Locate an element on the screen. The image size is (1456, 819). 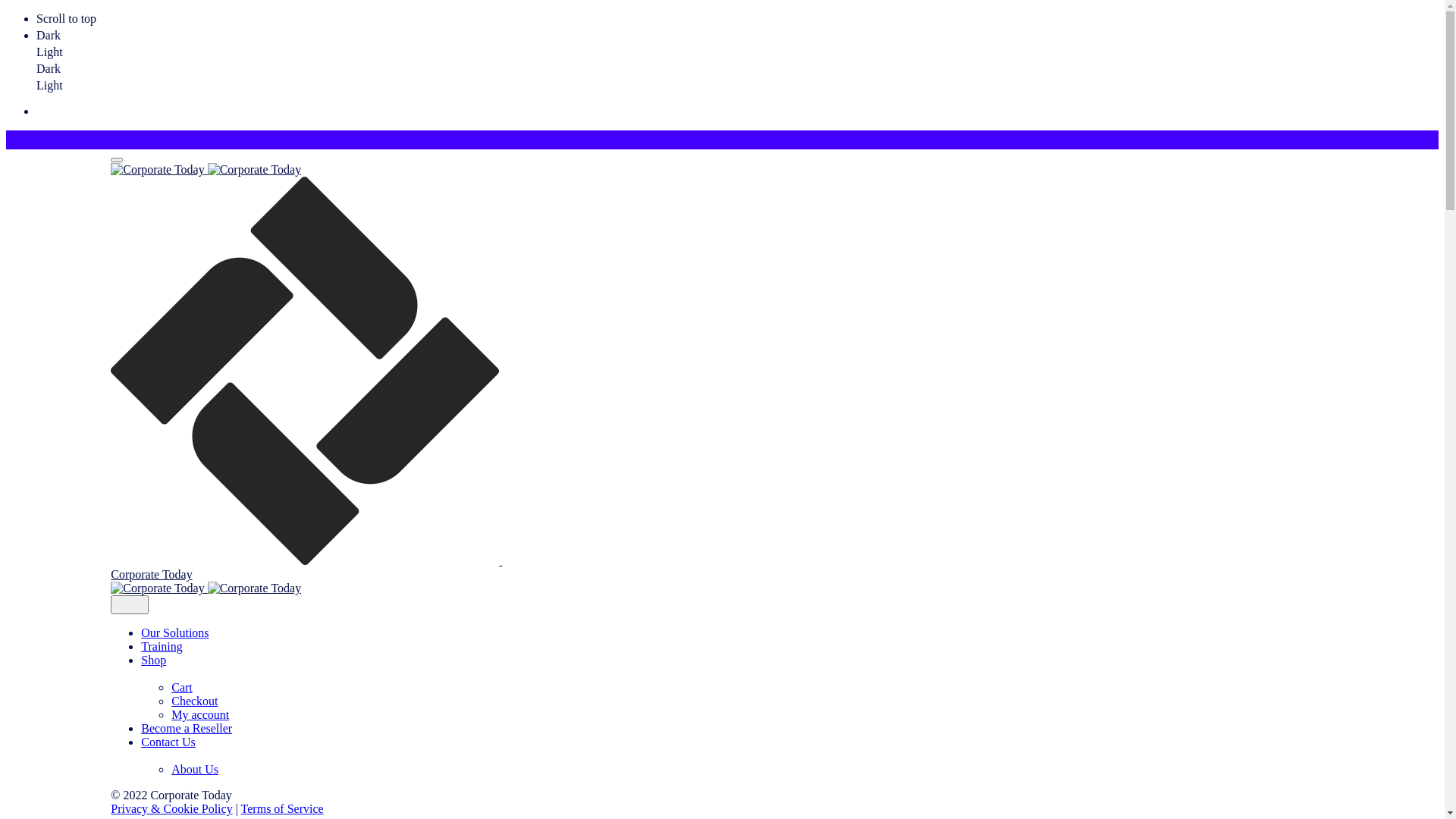
'My account' is located at coordinates (171, 714).